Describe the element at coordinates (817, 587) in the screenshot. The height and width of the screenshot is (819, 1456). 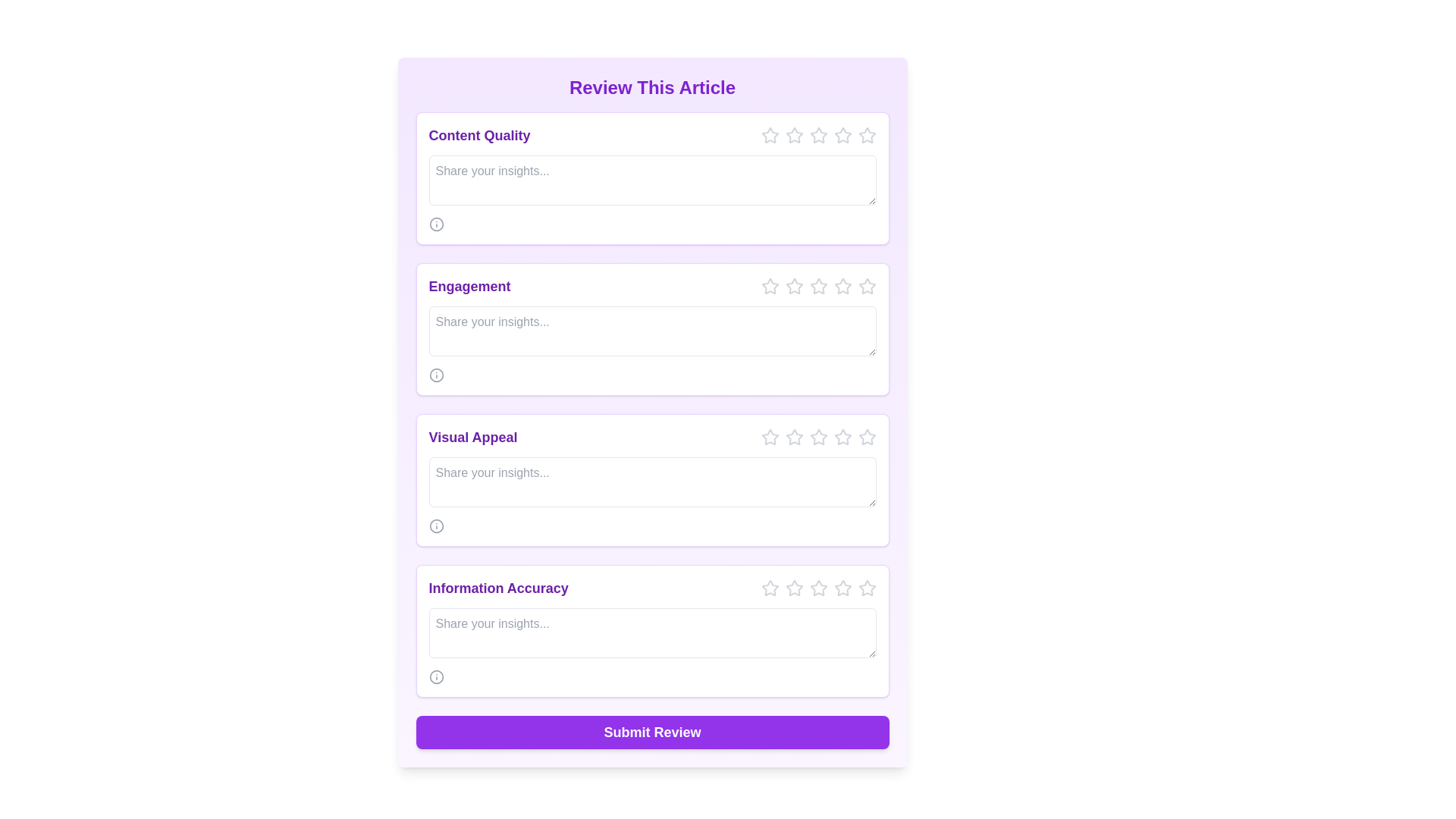
I see `the third star icon in the 'Information Accuracy' section` at that location.